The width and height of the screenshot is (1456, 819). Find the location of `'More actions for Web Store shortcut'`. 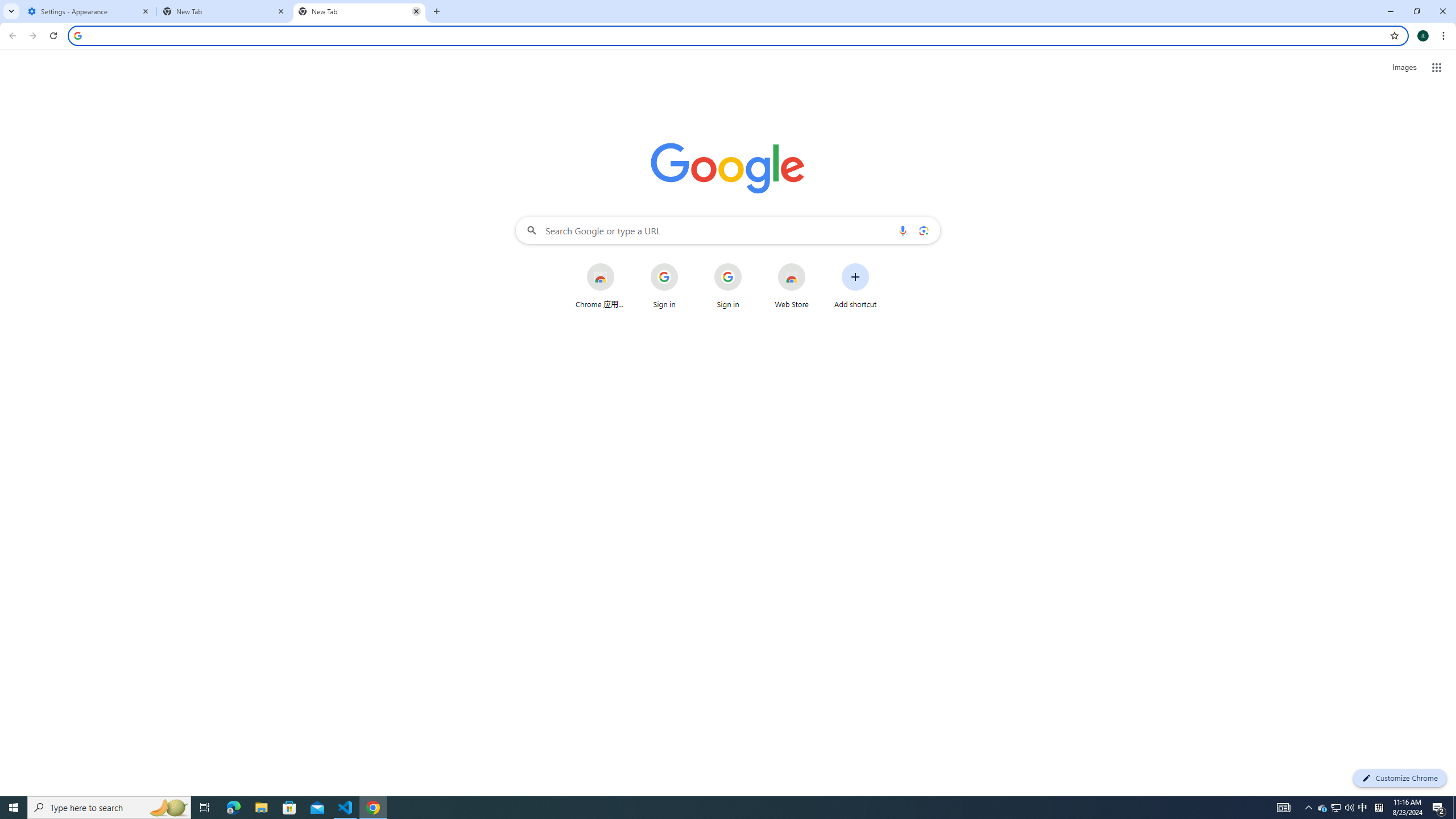

'More actions for Web Store shortcut' is located at coordinates (814, 264).